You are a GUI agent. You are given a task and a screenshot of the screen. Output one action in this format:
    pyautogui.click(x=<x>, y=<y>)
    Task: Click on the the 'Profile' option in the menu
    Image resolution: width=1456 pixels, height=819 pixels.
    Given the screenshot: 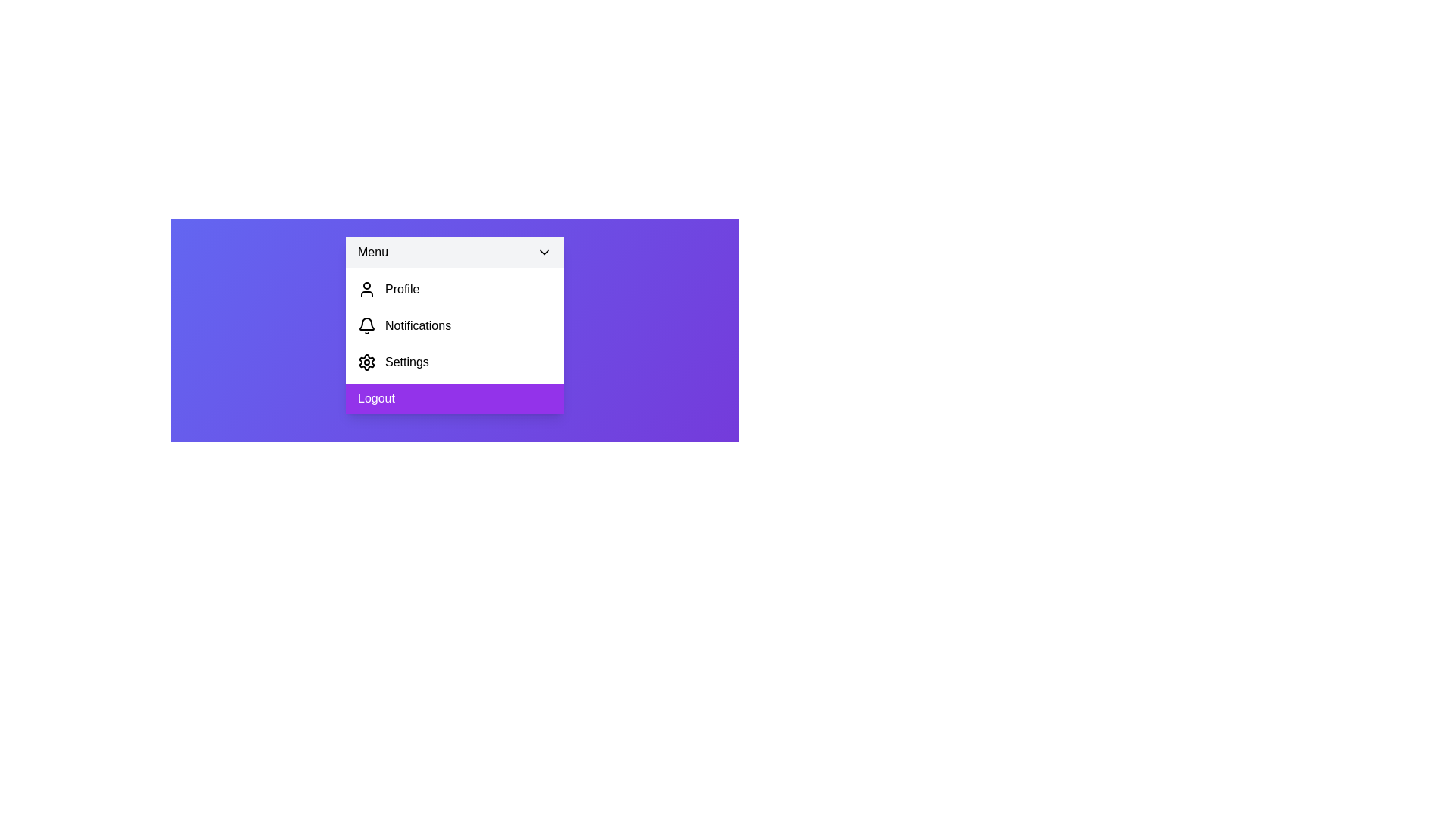 What is the action you would take?
    pyautogui.click(x=454, y=289)
    